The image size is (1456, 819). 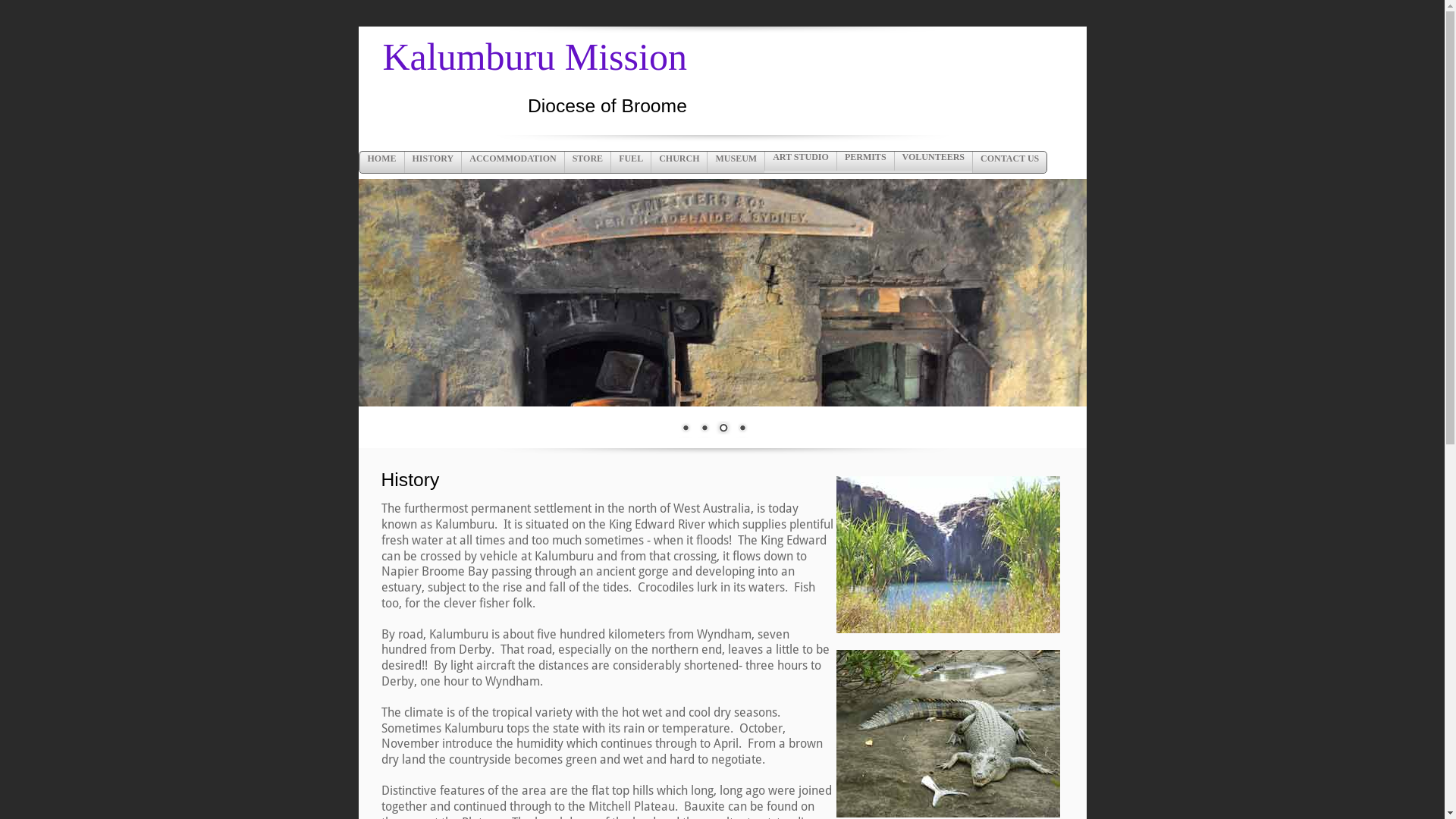 What do you see at coordinates (932, 161) in the screenshot?
I see `'VOLUNTEERS'` at bounding box center [932, 161].